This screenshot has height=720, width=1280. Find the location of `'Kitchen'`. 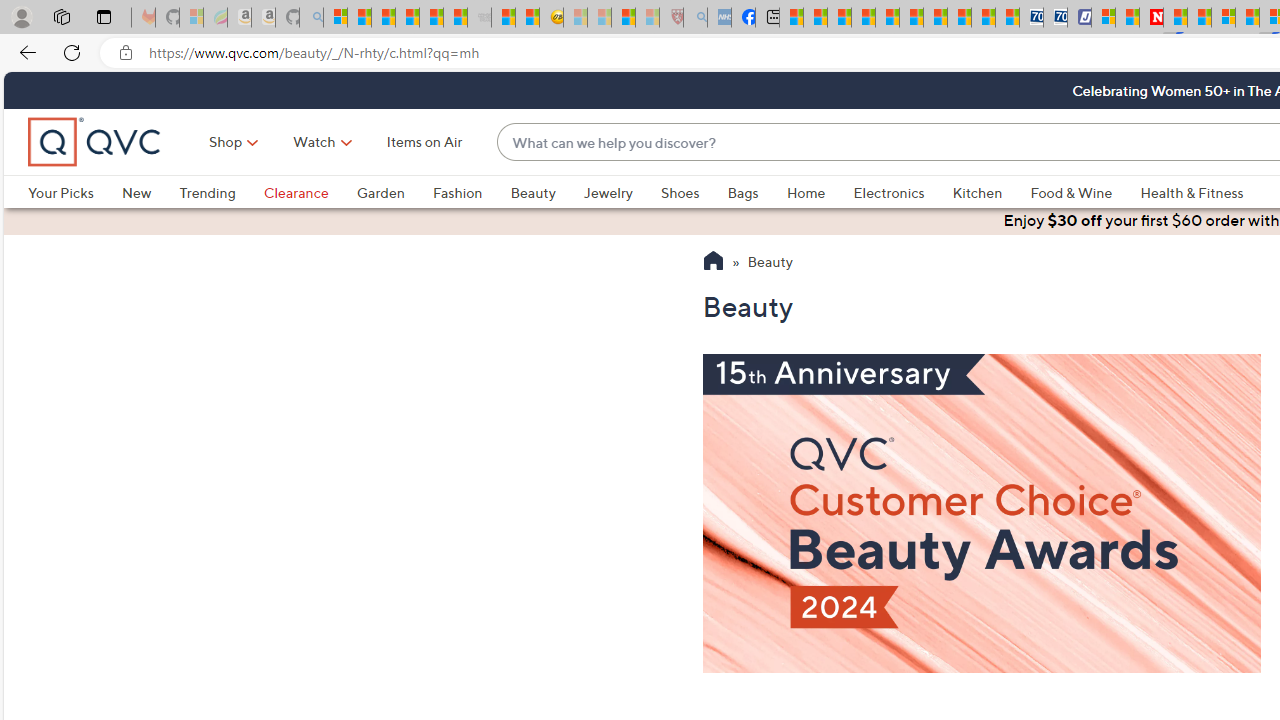

'Kitchen' is located at coordinates (991, 192).